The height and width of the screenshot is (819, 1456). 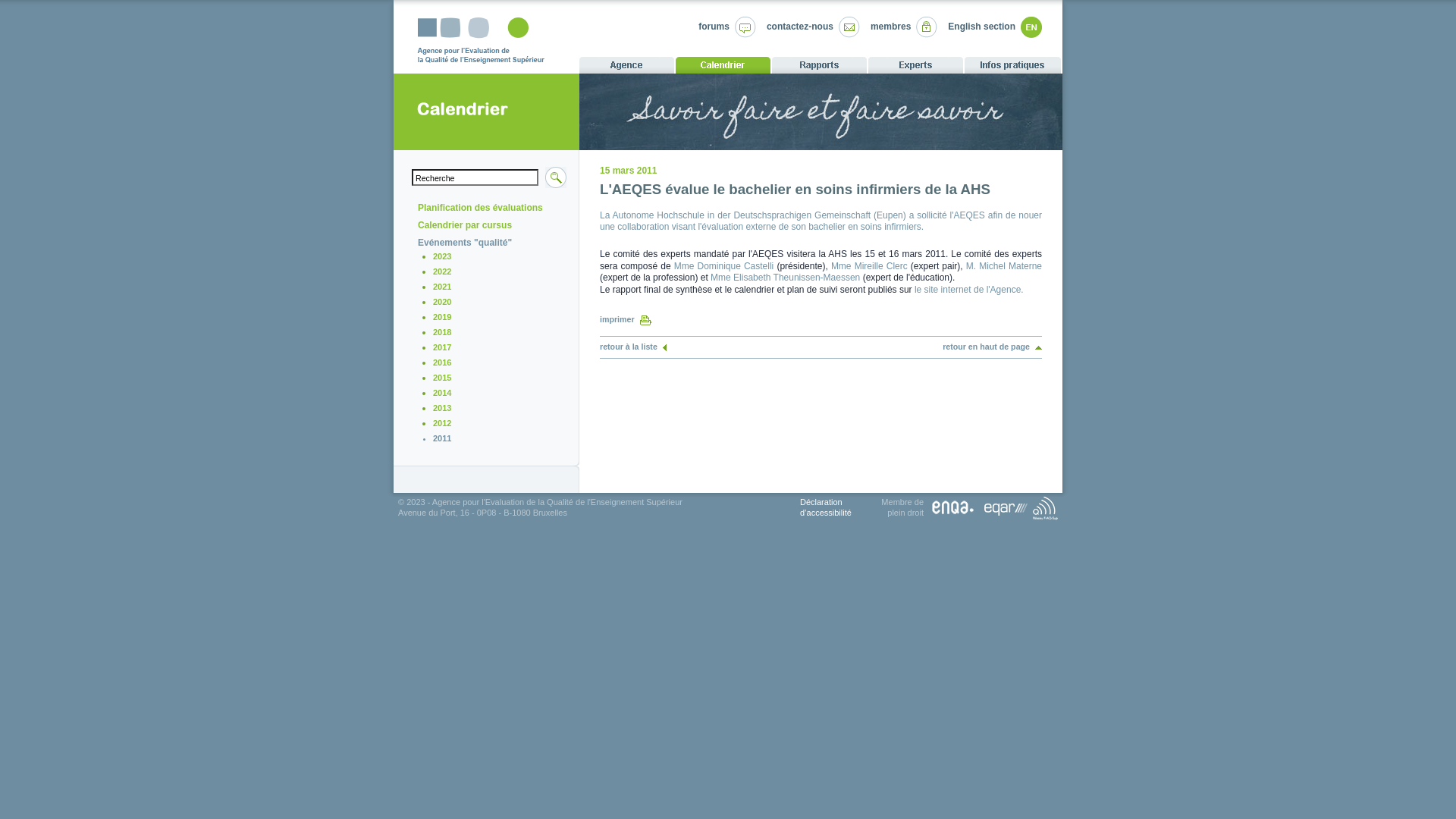 I want to click on 'Mme Dominique Castelli', so click(x=723, y=265).